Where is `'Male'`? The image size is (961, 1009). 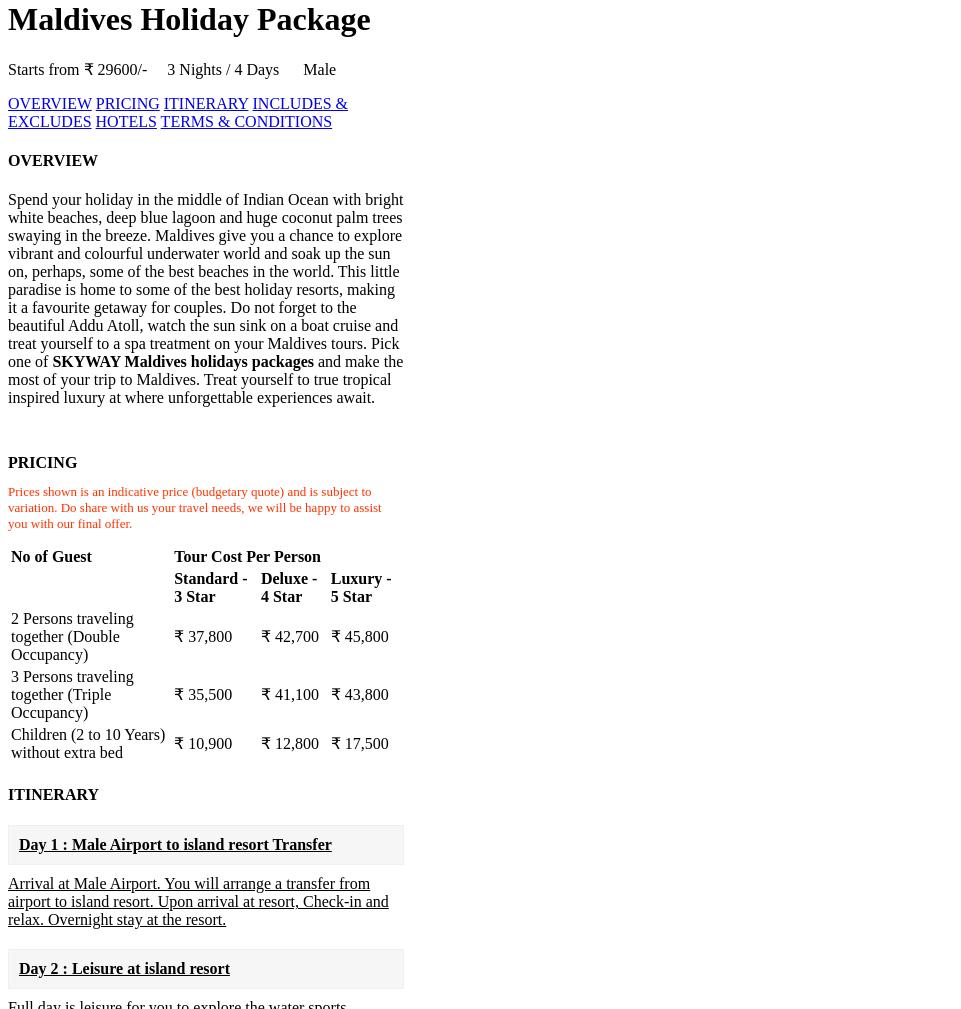
'Male' is located at coordinates (319, 67).